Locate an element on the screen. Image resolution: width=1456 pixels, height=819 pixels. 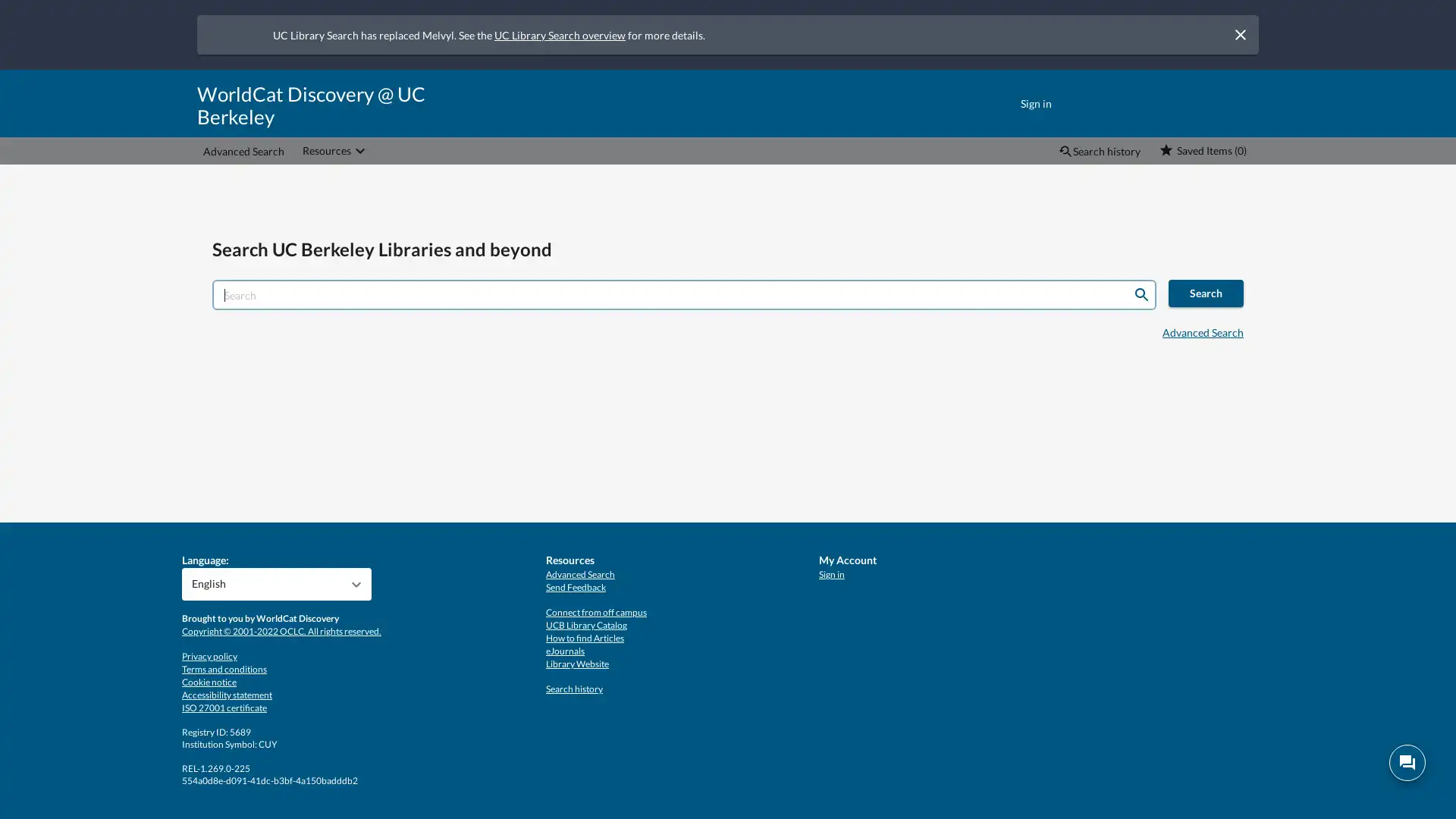
Dismiss is located at coordinates (1240, 34).